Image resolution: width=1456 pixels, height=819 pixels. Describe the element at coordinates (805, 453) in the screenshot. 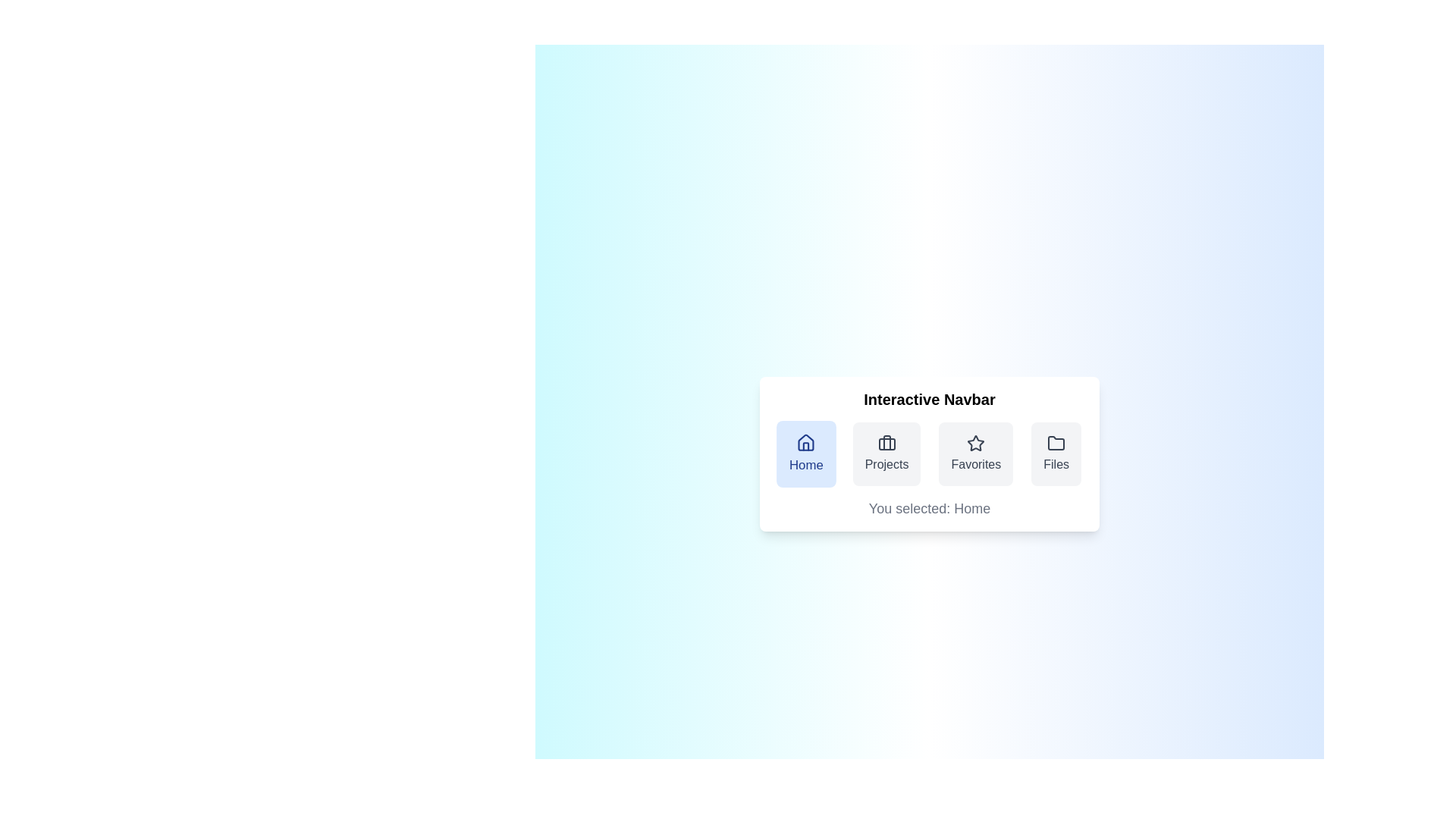

I see `the navigation item Home in the navbar` at that location.